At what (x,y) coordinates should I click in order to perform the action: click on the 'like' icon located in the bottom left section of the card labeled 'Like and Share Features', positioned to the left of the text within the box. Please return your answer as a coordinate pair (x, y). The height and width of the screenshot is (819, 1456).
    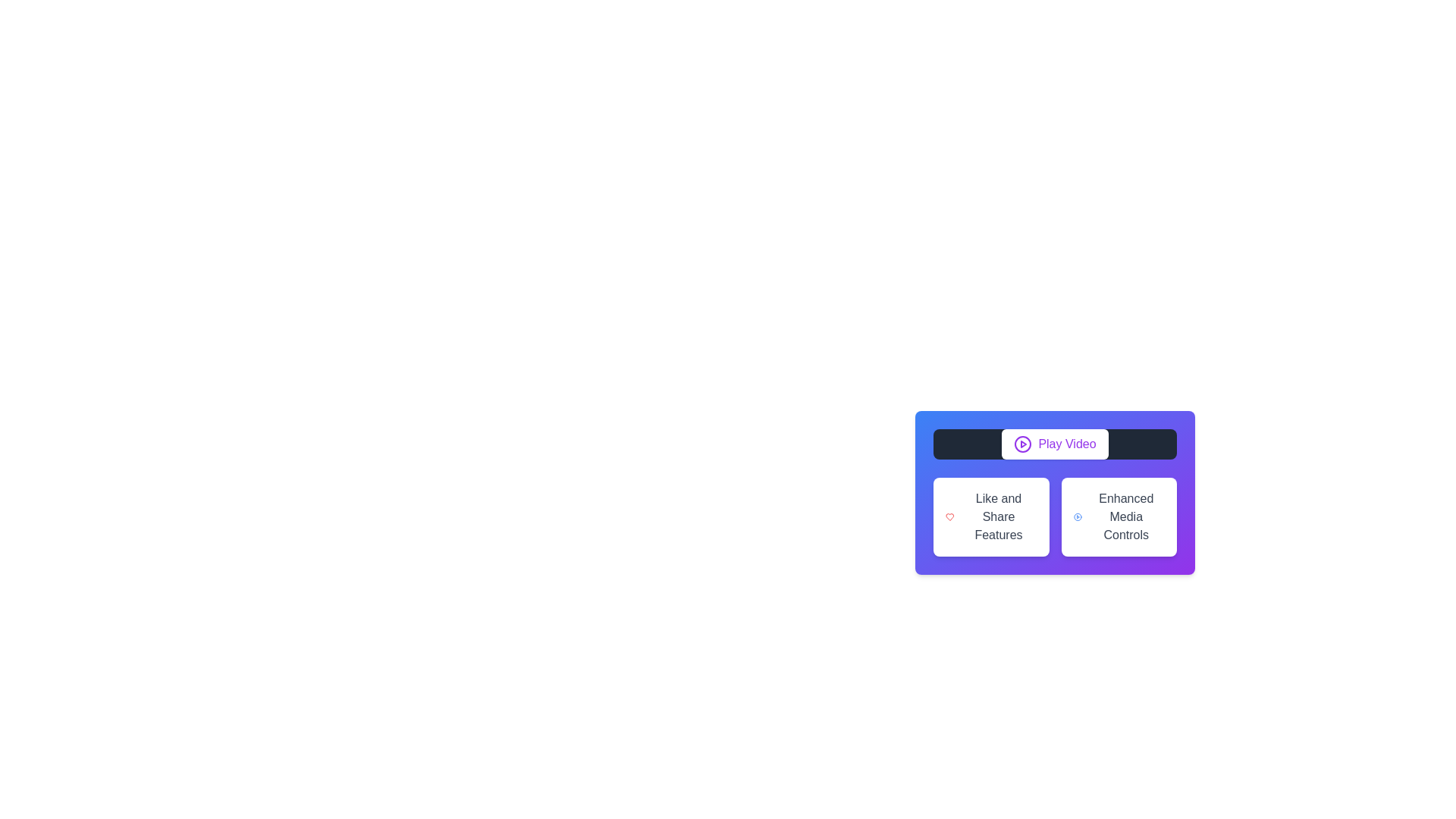
    Looking at the image, I should click on (949, 516).